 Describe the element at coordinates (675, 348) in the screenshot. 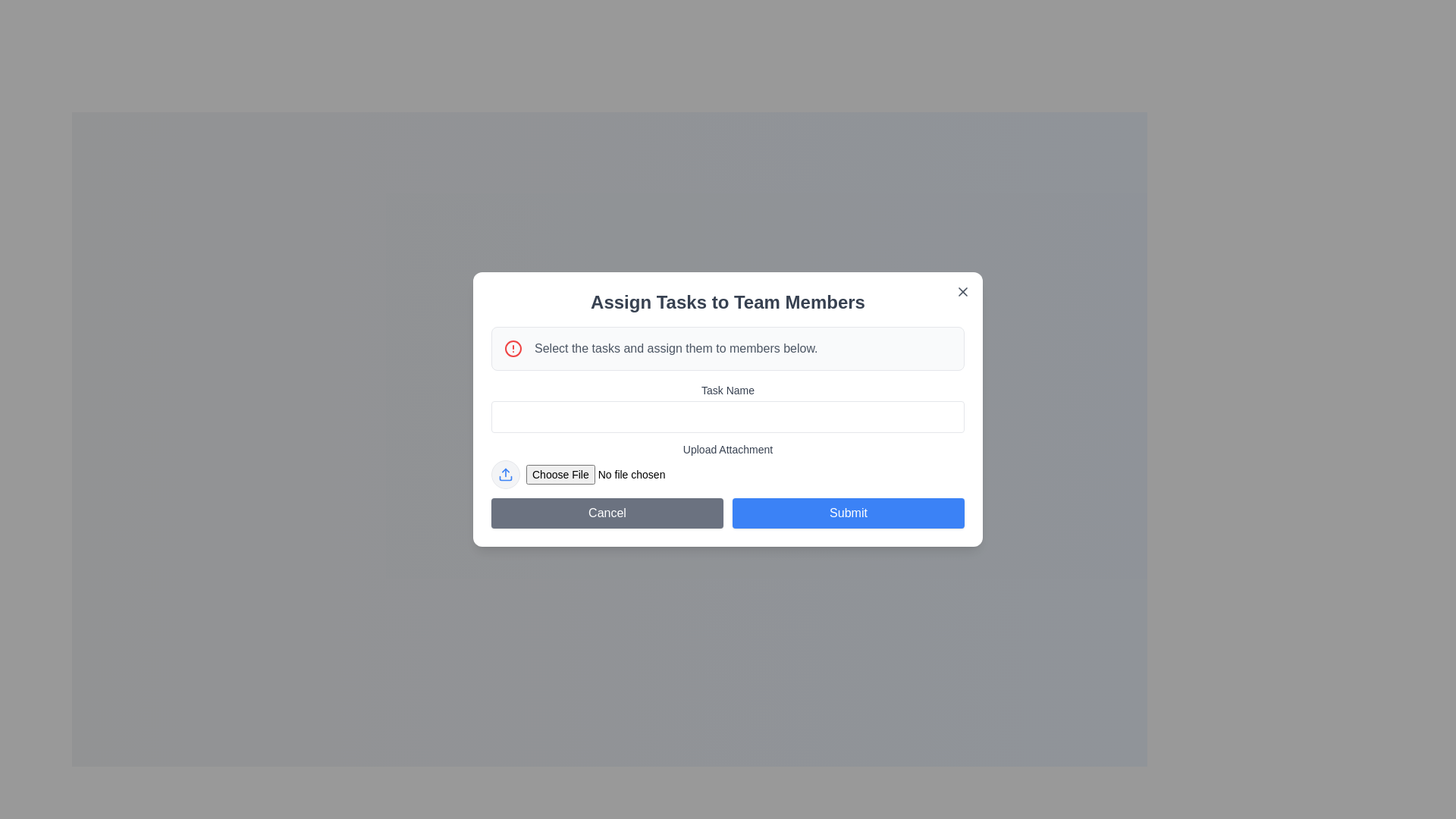

I see `the text label that states 'Select the tasks and assign them to members below,' which is located within a gray-outlined rectangular box and has a red warning icon to its left` at that location.